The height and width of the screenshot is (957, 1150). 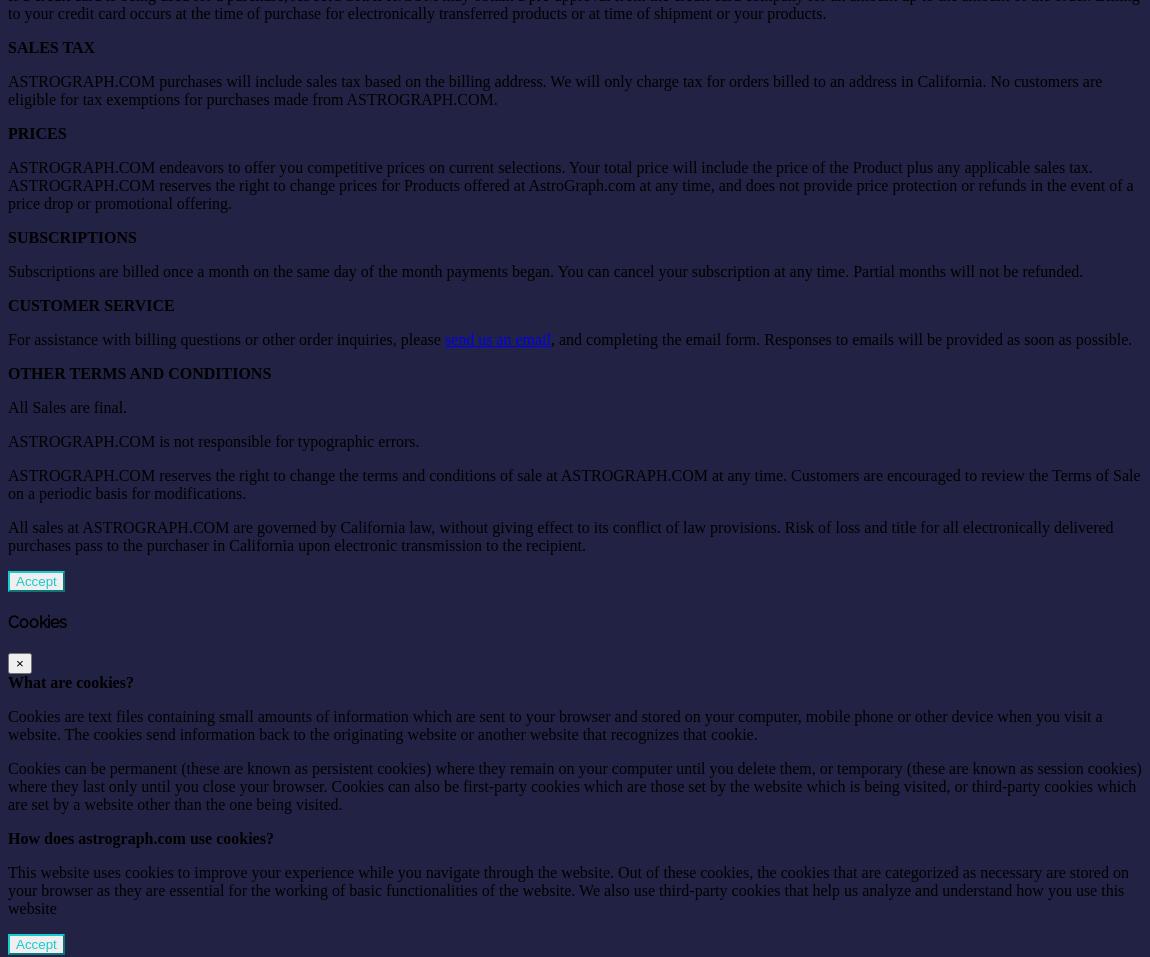 What do you see at coordinates (7, 45) in the screenshot?
I see `'SALES TAX'` at bounding box center [7, 45].